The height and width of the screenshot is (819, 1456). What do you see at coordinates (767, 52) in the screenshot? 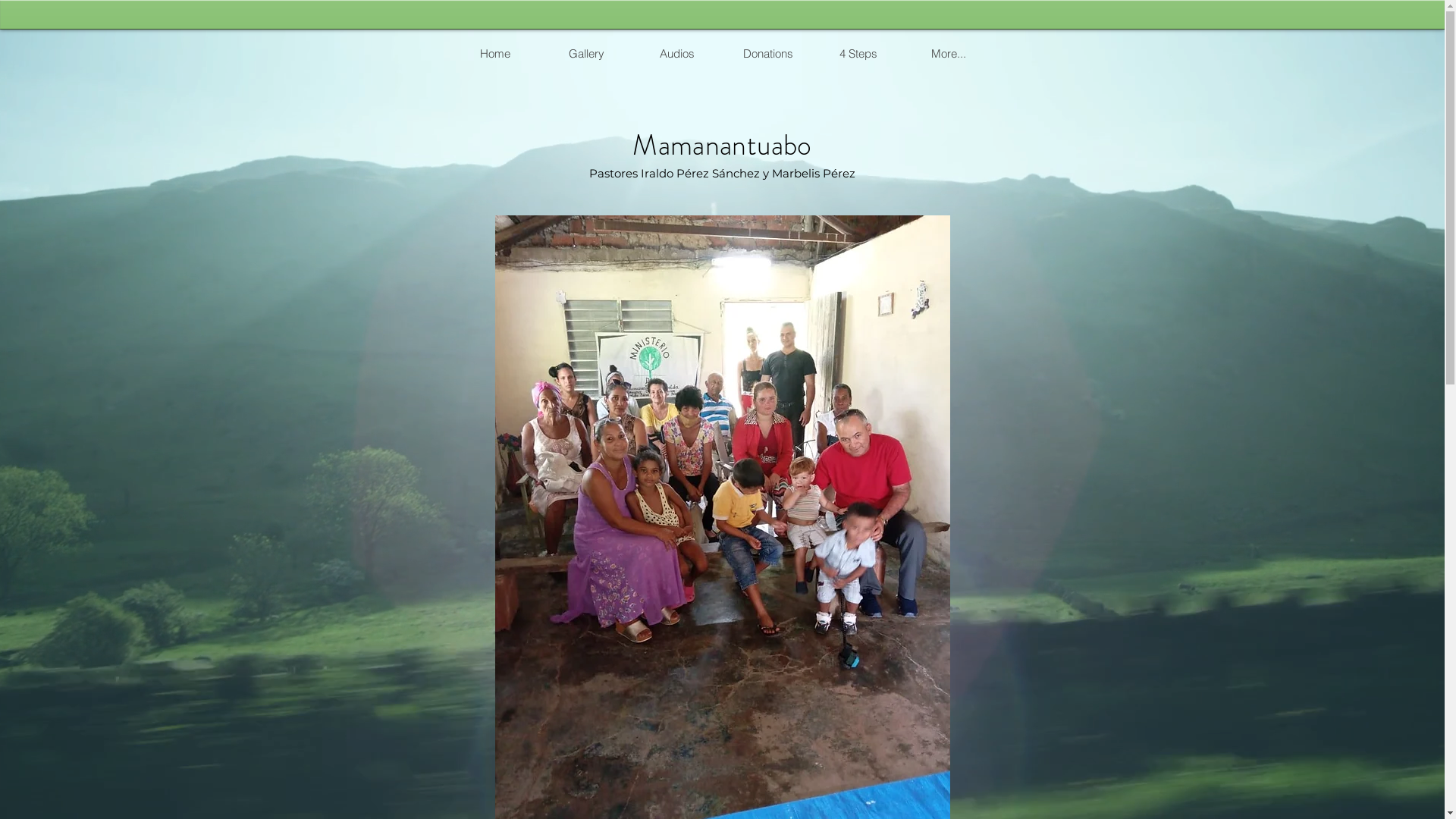
I see `'Donations'` at bounding box center [767, 52].